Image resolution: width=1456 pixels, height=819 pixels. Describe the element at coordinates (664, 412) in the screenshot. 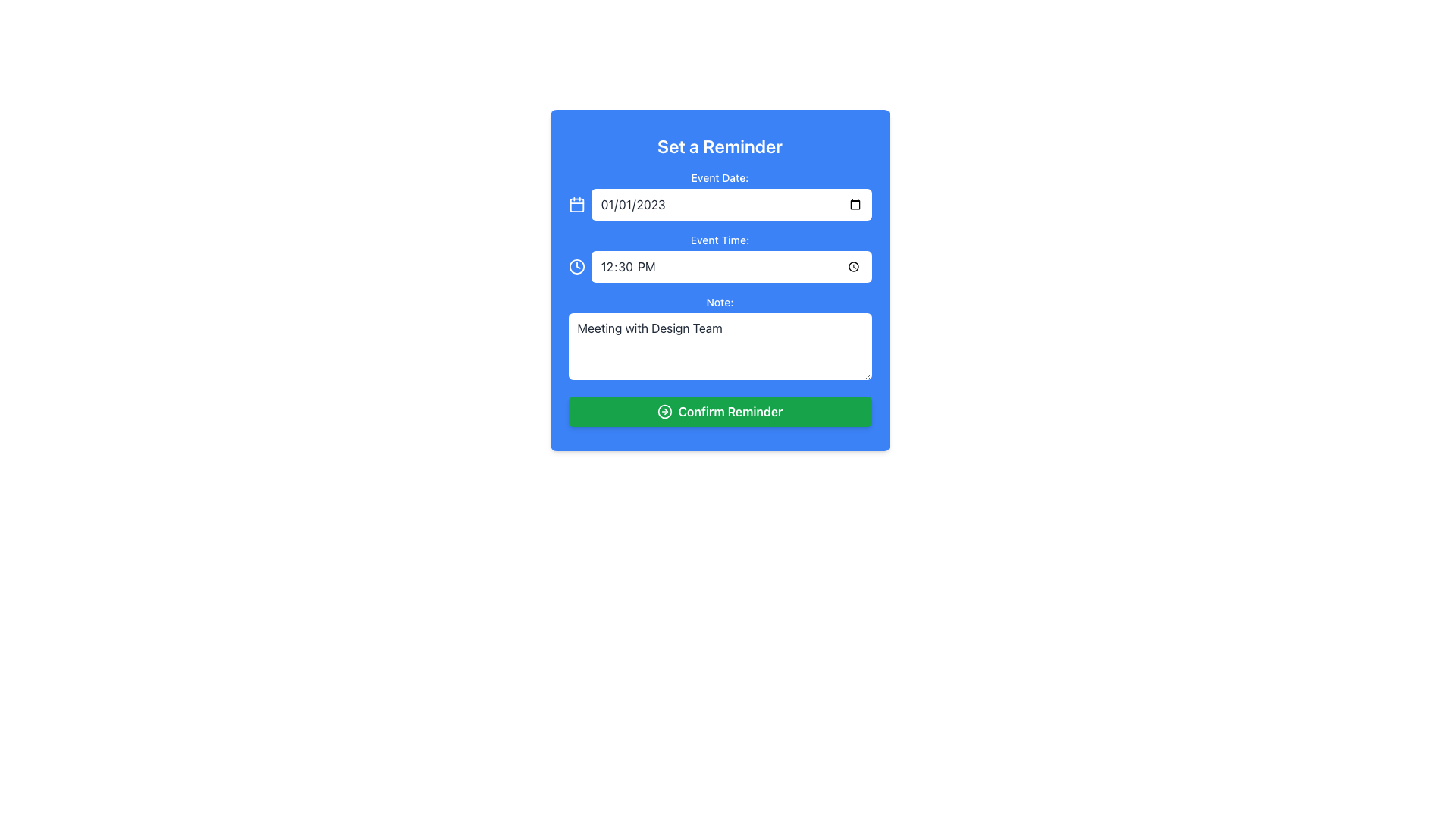

I see `the circular icon with a right-pointing arrow located within the 'Confirm Reminder' button, which is at the bottom of a card-like component` at that location.